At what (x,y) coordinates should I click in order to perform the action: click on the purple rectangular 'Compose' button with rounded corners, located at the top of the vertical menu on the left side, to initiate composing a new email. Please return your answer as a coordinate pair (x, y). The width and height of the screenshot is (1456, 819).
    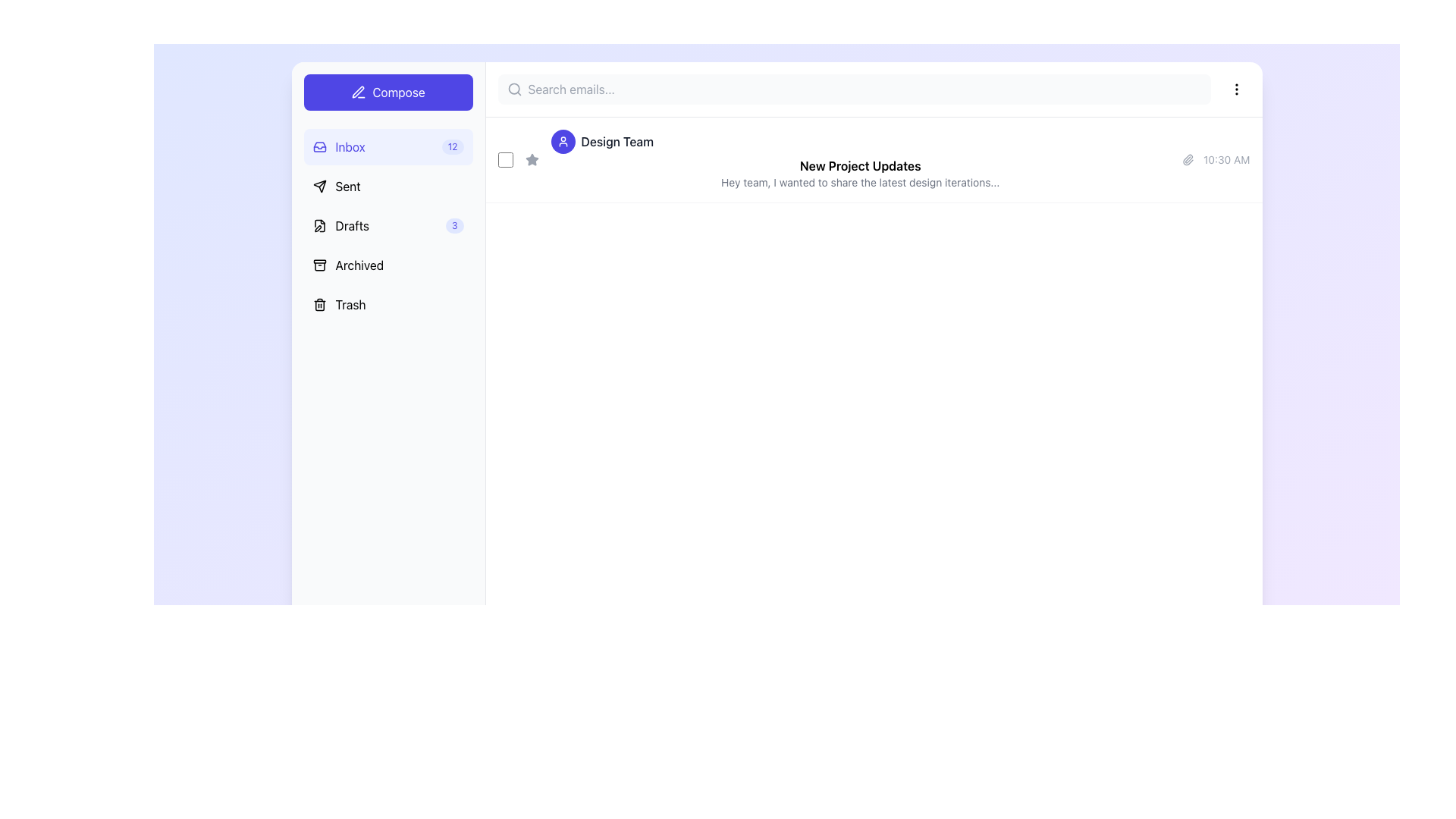
    Looking at the image, I should click on (388, 93).